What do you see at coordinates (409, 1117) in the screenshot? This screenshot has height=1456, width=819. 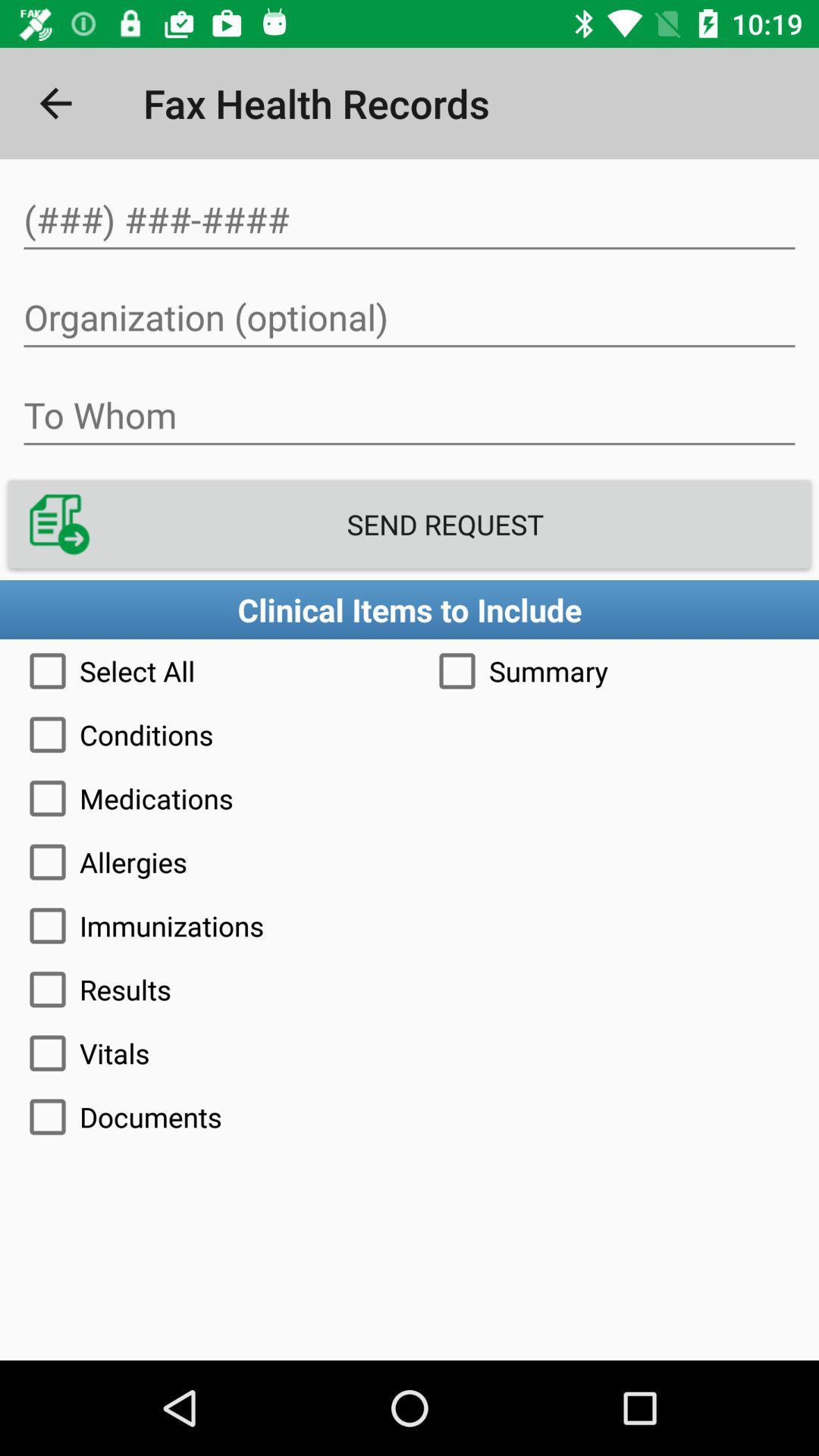 I see `documents icon` at bounding box center [409, 1117].